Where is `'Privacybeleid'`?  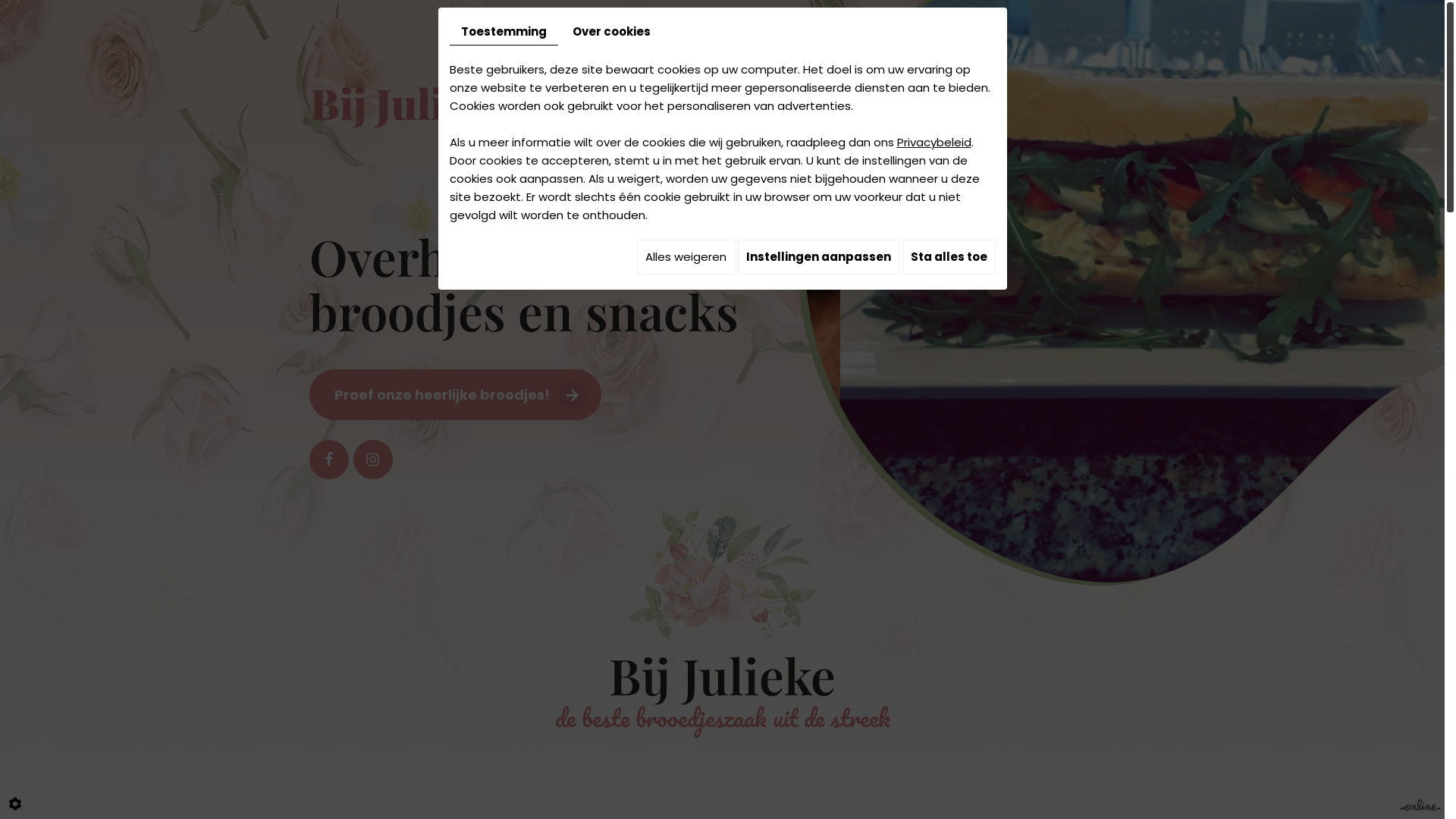 'Privacybeleid' is located at coordinates (932, 142).